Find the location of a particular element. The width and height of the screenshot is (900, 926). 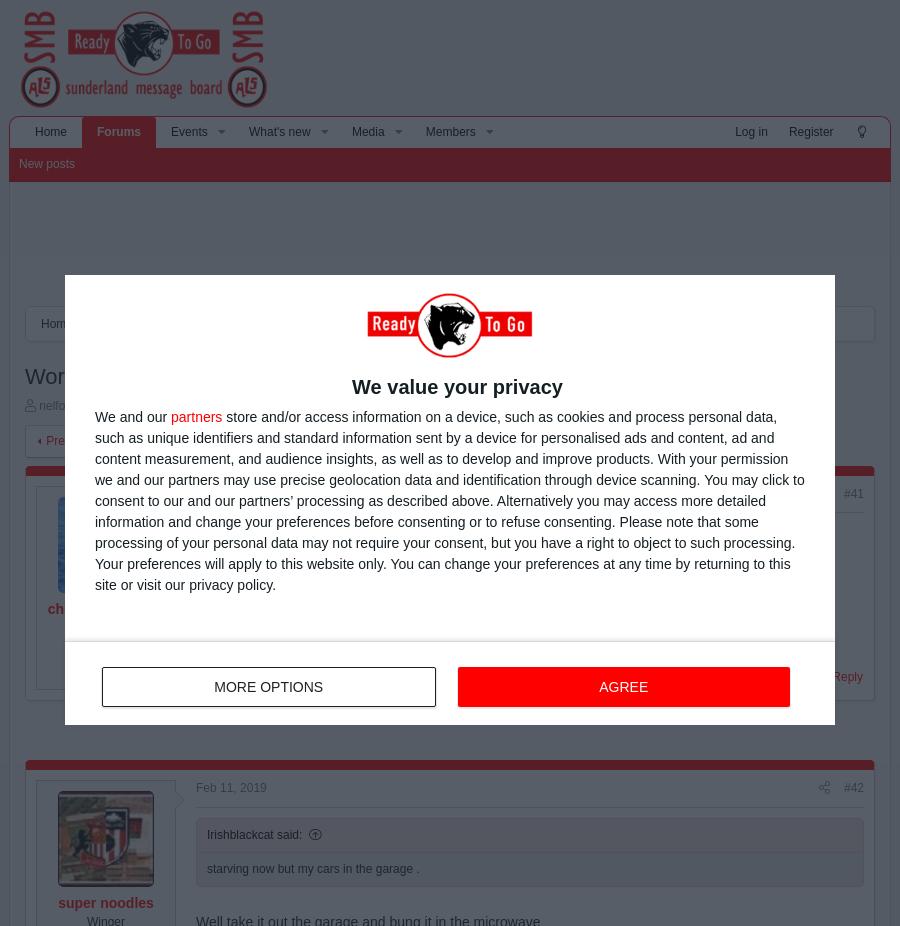

'Events' is located at coordinates (171, 130).